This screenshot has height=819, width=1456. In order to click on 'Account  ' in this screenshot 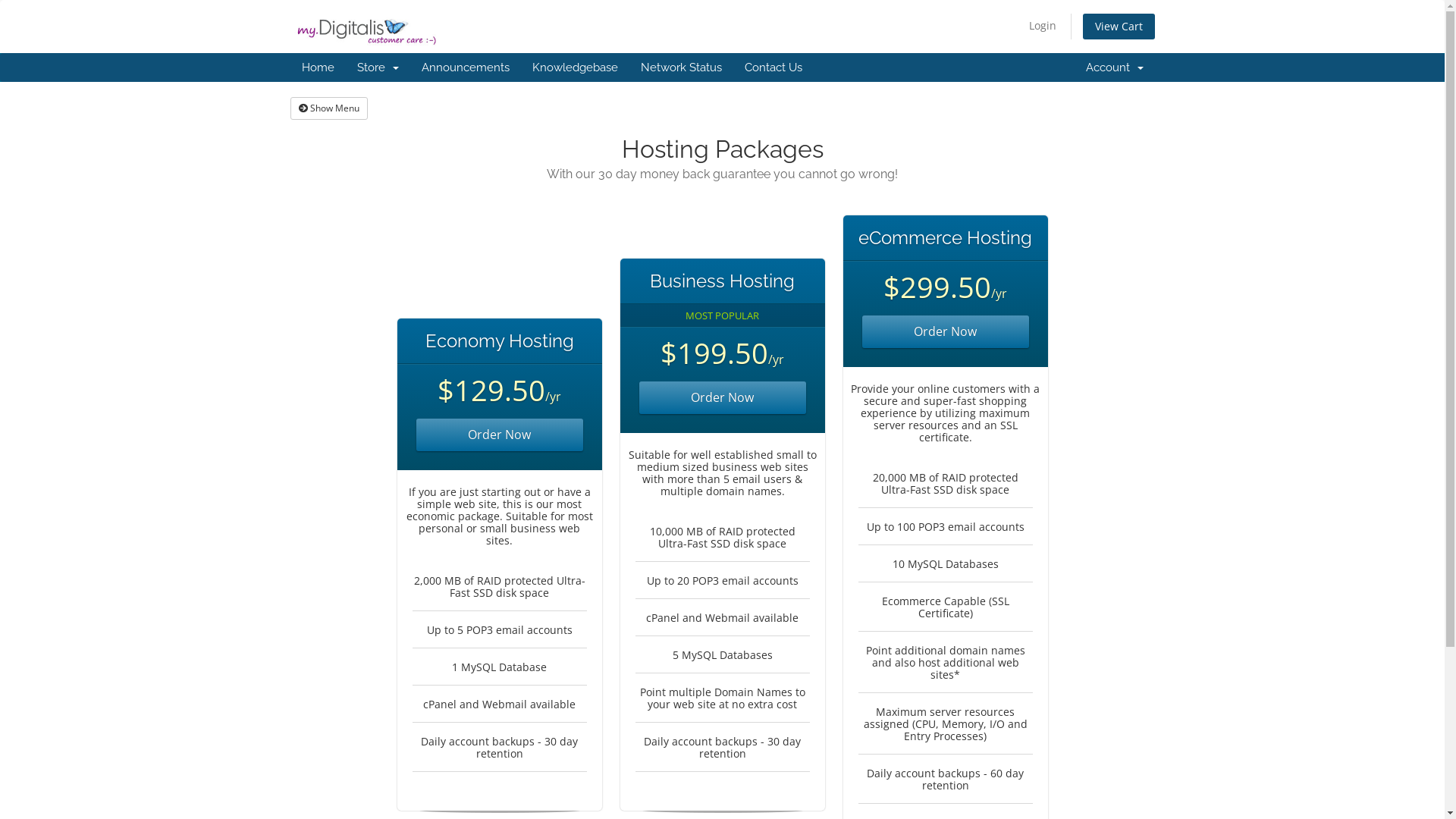, I will do `click(1113, 66)`.